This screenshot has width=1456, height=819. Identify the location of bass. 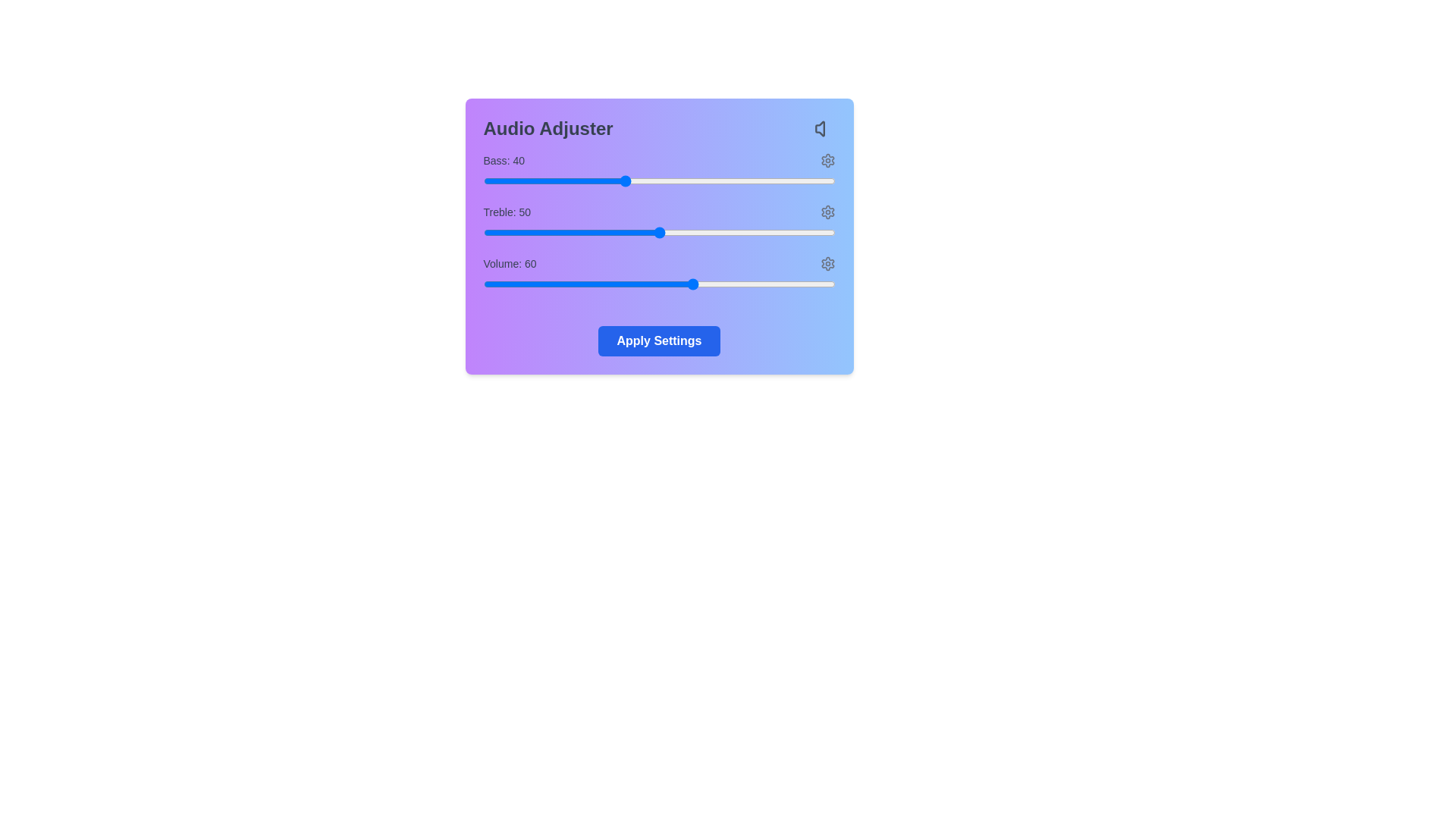
(553, 174).